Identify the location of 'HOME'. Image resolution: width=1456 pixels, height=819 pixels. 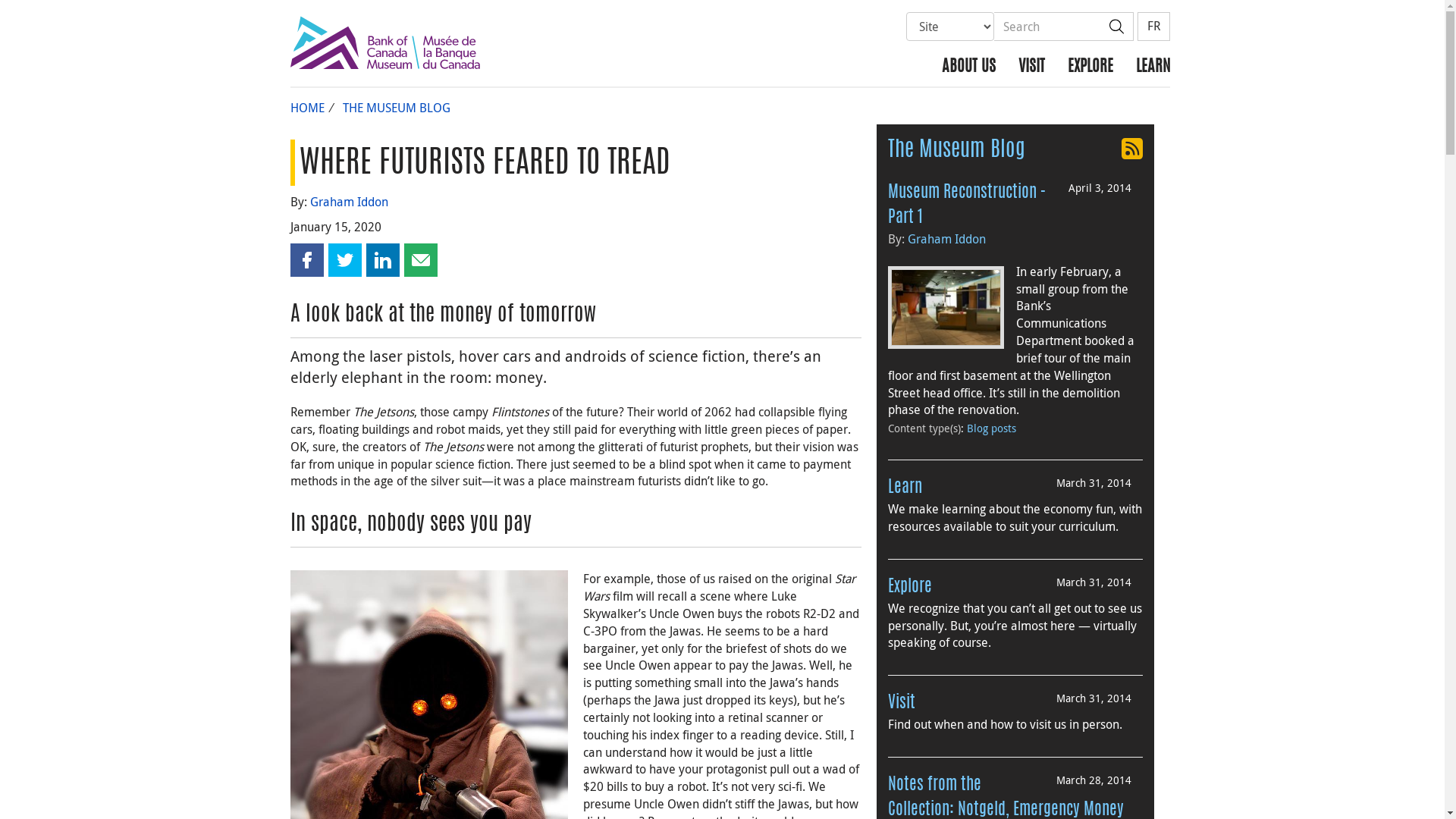
(306, 107).